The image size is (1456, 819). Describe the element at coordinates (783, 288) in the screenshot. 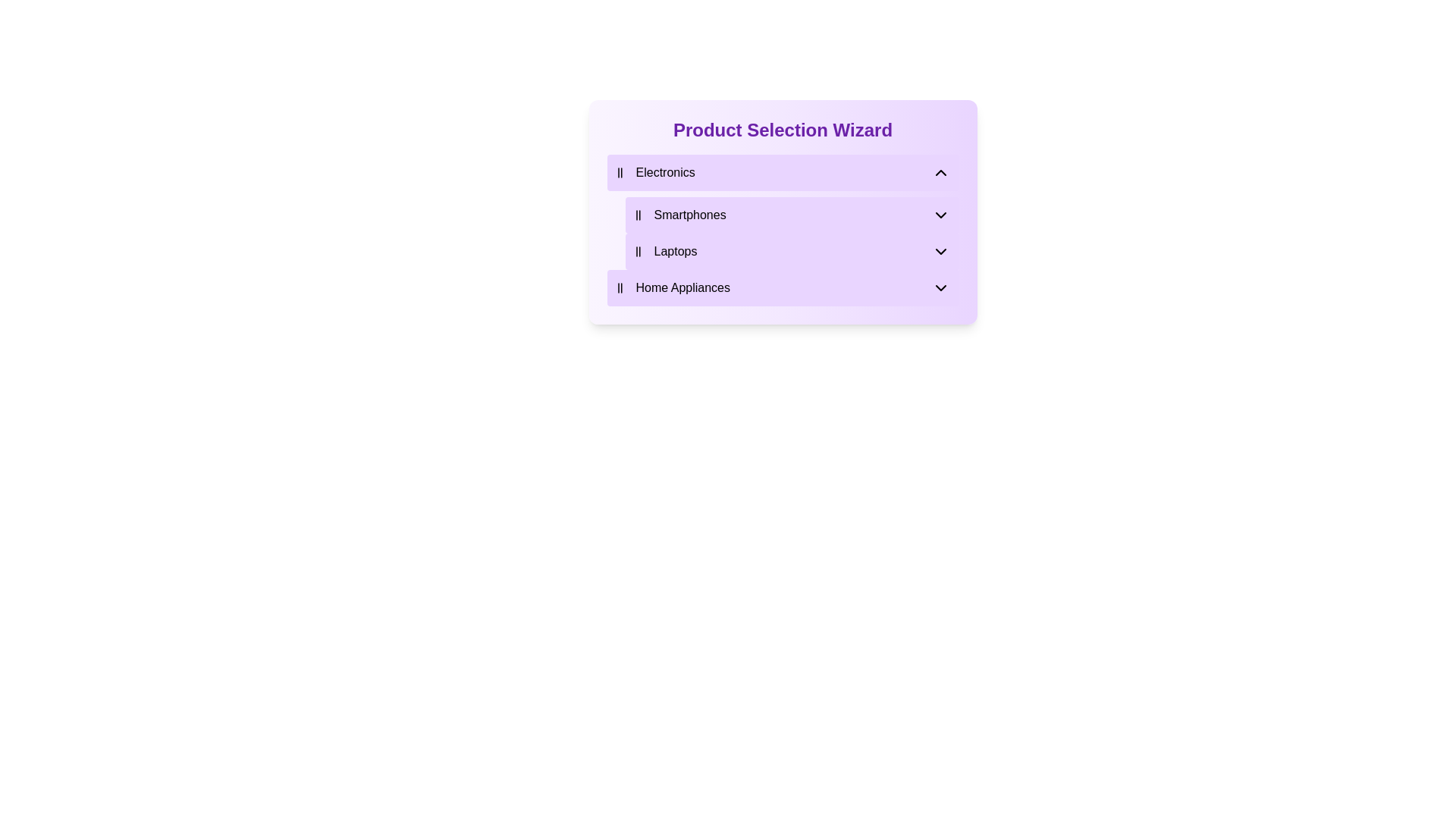

I see `the fourth option in the 'Product Selection Wizard' dropdown menu` at that location.